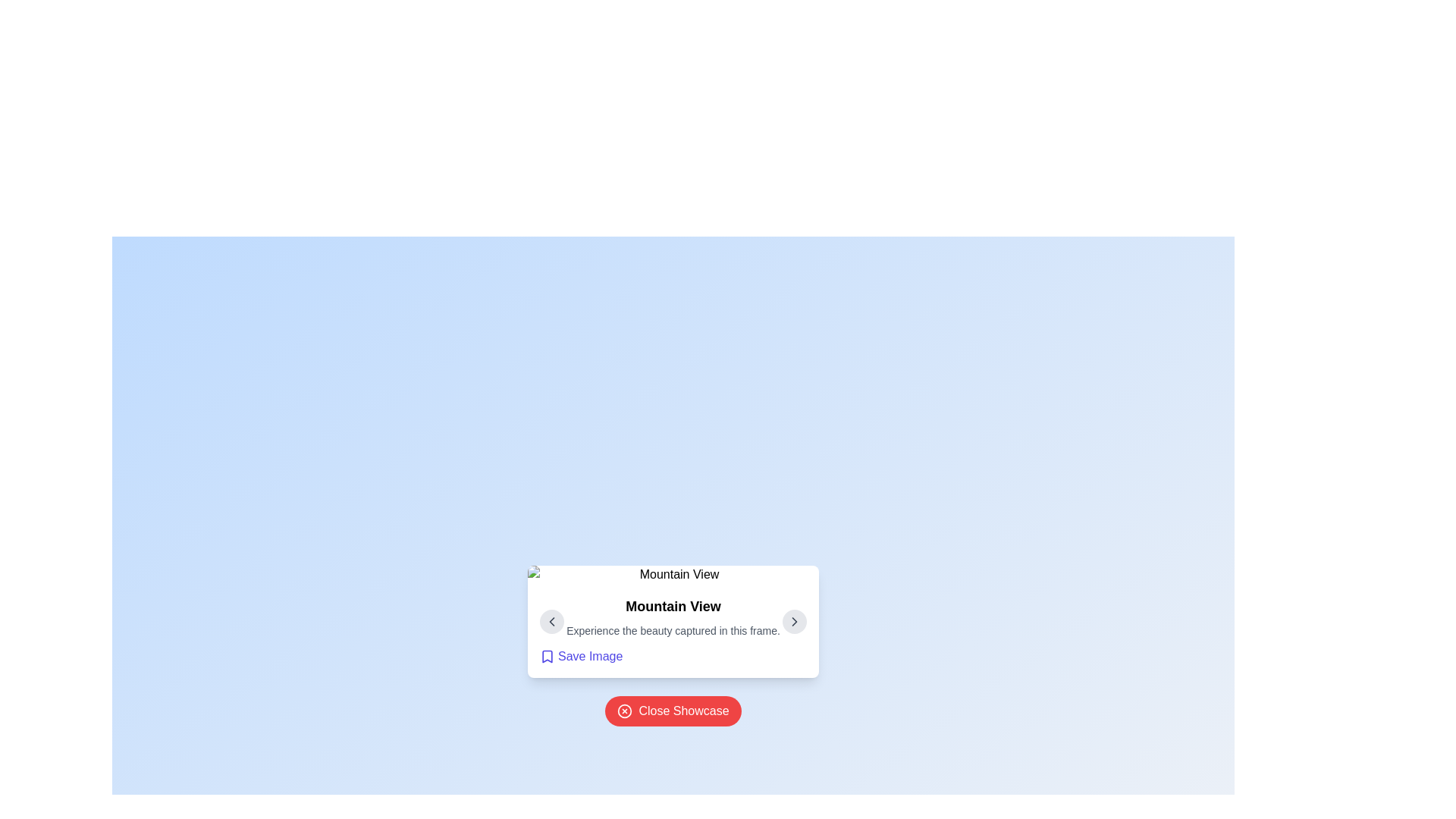  Describe the element at coordinates (673, 631) in the screenshot. I see `descriptive text located in the informative card section about 'Mountain View', which is centrally aligned below an image` at that location.